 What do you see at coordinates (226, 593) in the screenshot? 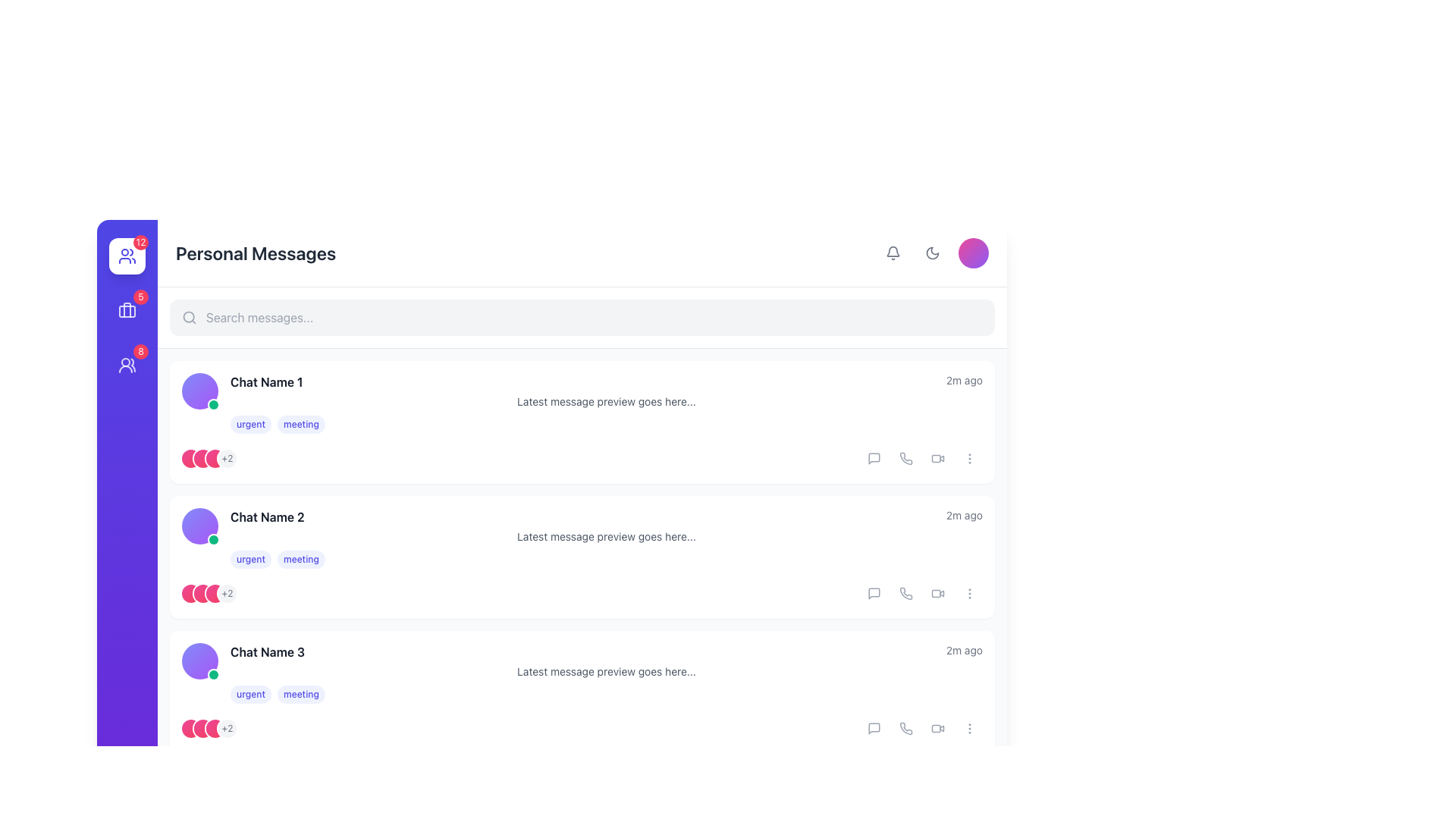
I see `the Counter badge that indicates additional members associated with the chat` at bounding box center [226, 593].